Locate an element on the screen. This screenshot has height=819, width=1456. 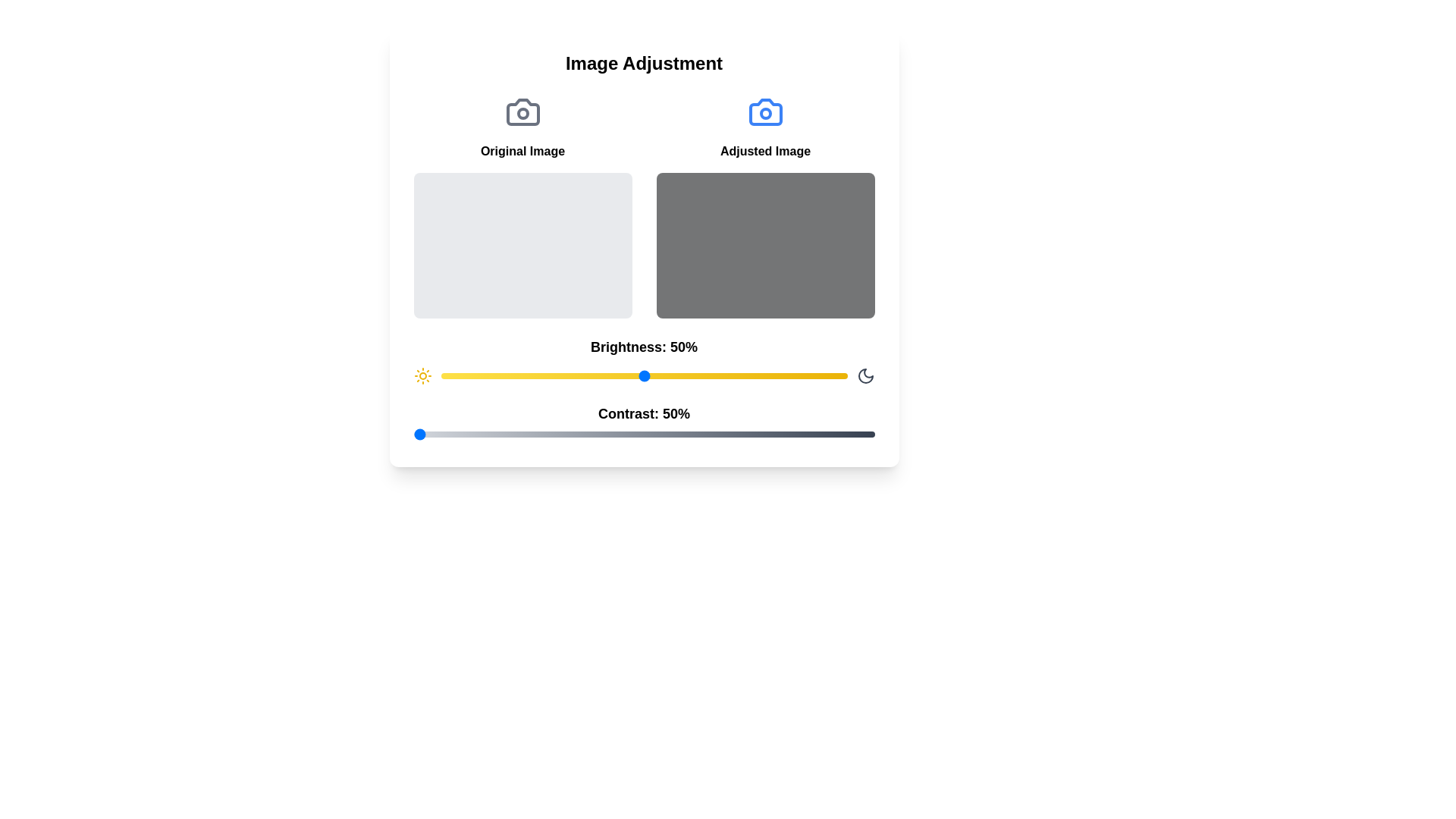
the brightness is located at coordinates (789, 375).